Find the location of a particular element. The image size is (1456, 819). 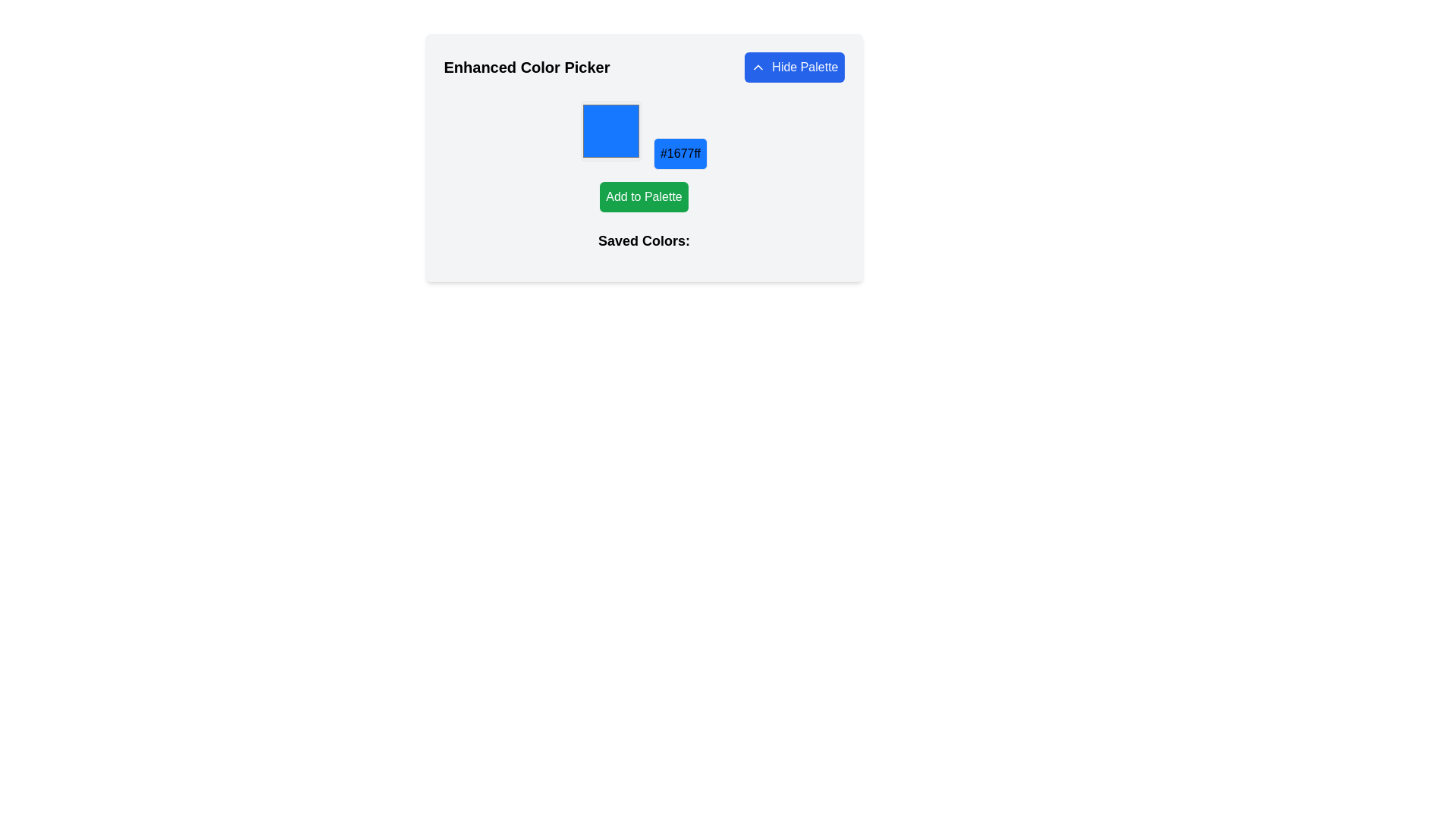

the hexadecimal color code '#1677ff' displayed in the text box or label located to the right of the blue square color preview element in the color picker interface is located at coordinates (679, 154).